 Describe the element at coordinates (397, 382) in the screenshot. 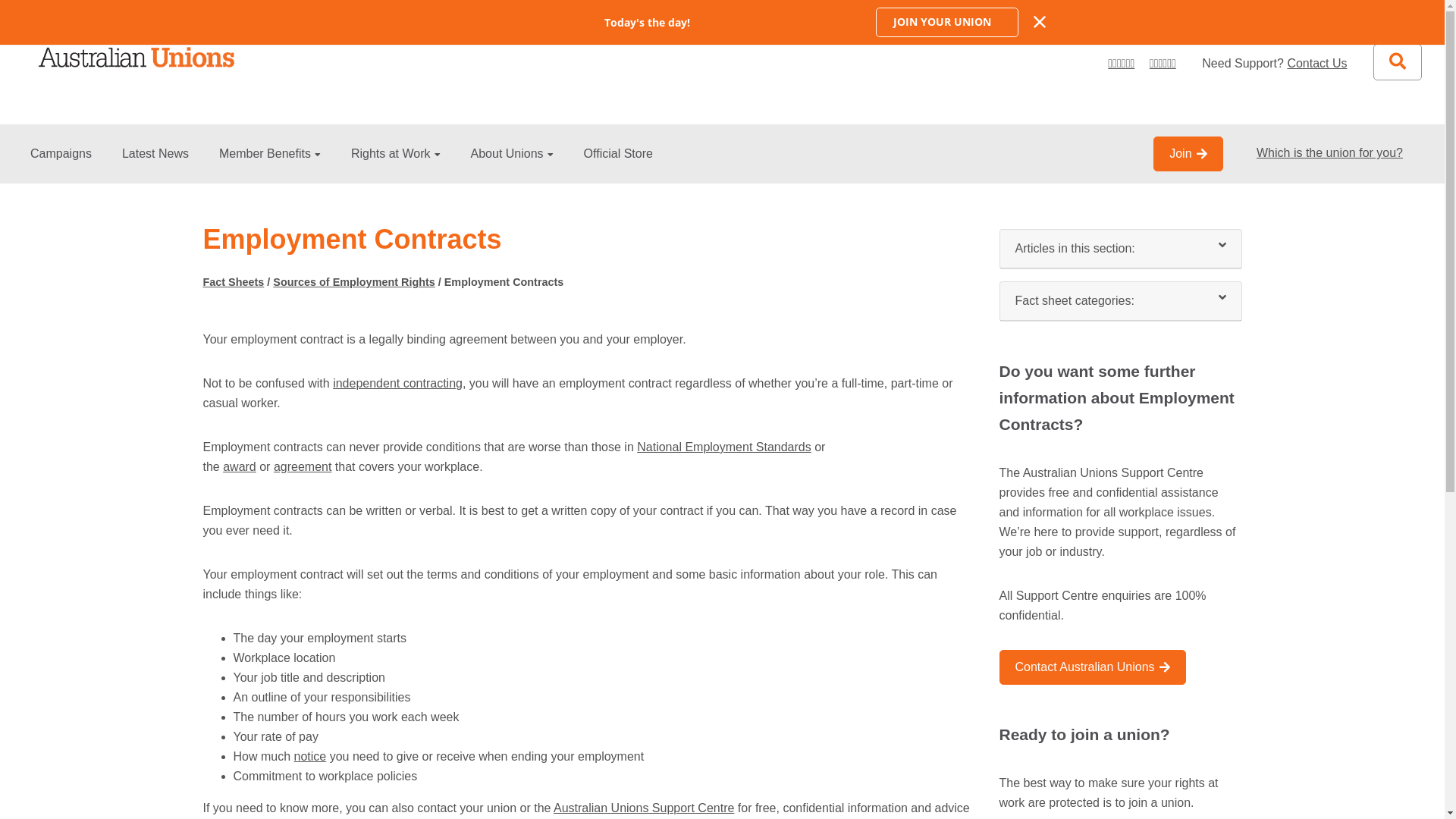

I see `'independent contracting'` at that location.